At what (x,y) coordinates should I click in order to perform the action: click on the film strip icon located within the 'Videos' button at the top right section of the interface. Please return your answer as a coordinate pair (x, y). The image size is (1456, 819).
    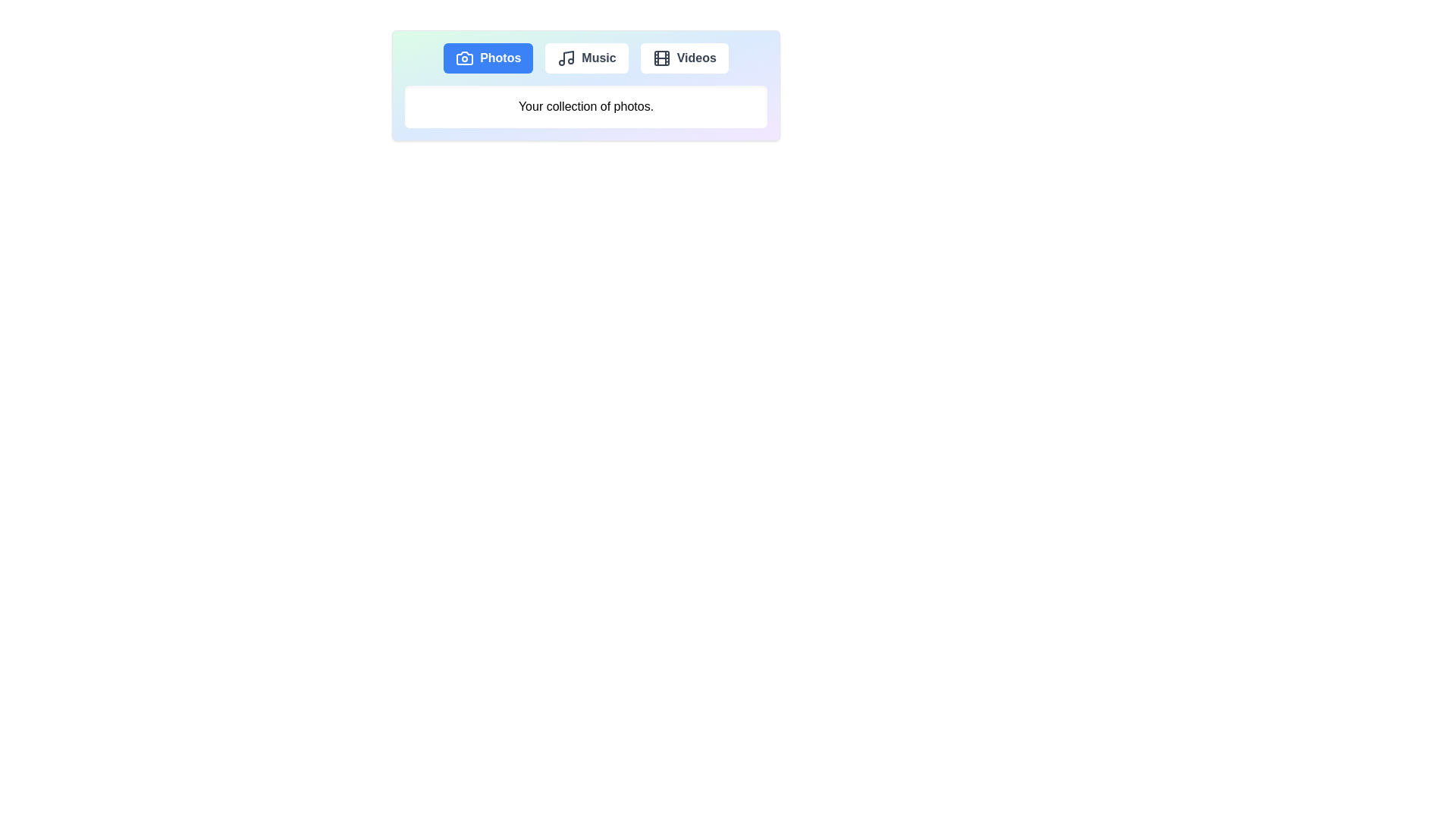
    Looking at the image, I should click on (661, 58).